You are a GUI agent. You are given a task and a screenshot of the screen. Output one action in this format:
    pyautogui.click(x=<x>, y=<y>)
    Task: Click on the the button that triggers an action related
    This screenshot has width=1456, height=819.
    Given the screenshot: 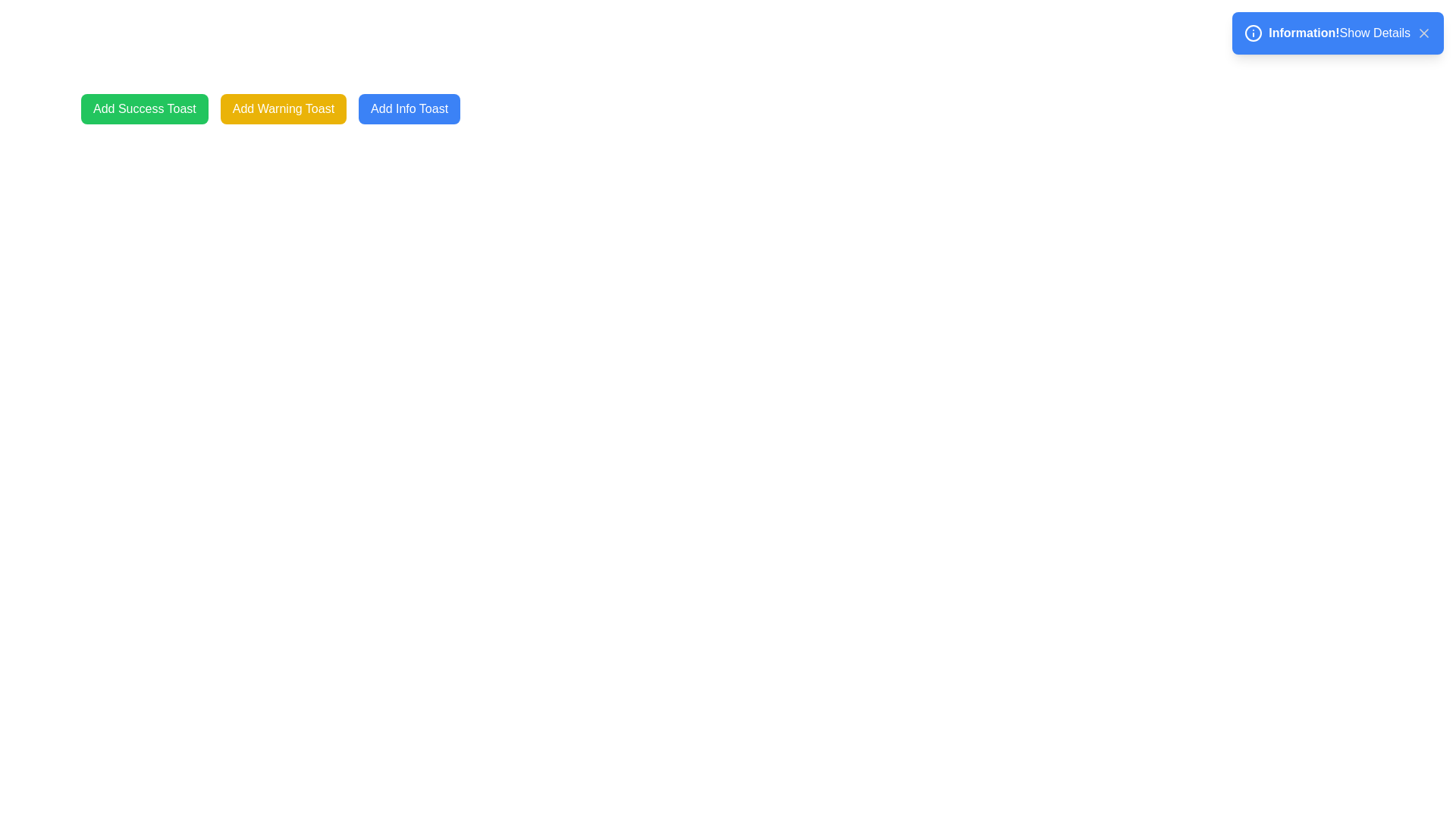 What is the action you would take?
    pyautogui.click(x=409, y=108)
    